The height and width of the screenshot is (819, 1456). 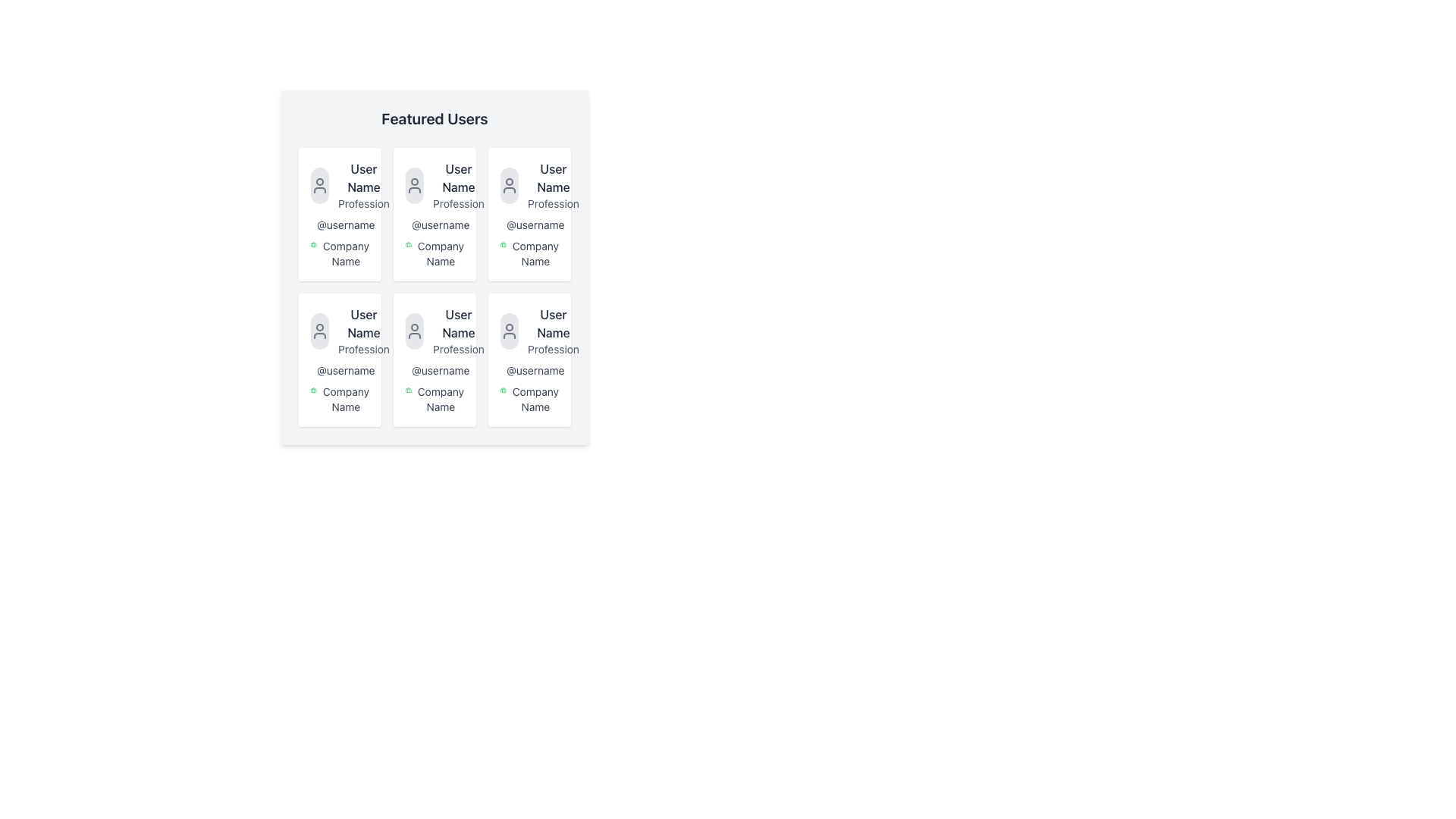 I want to click on the text element displaying 'User Name' and 'Profession' in a card containing user information, located in the middle of the second row in a grid layout, so click(x=457, y=330).